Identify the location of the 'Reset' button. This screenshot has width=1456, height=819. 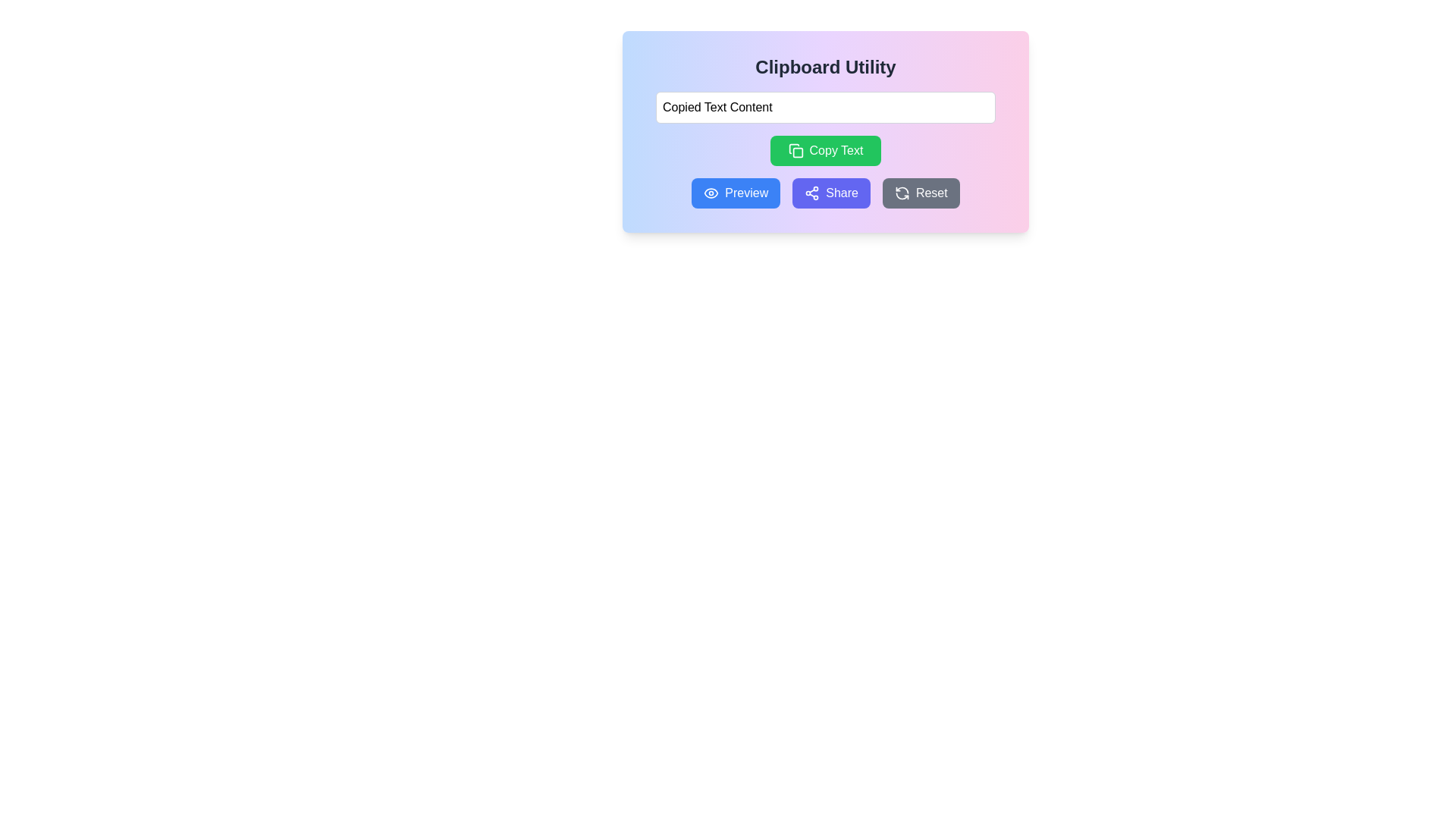
(920, 192).